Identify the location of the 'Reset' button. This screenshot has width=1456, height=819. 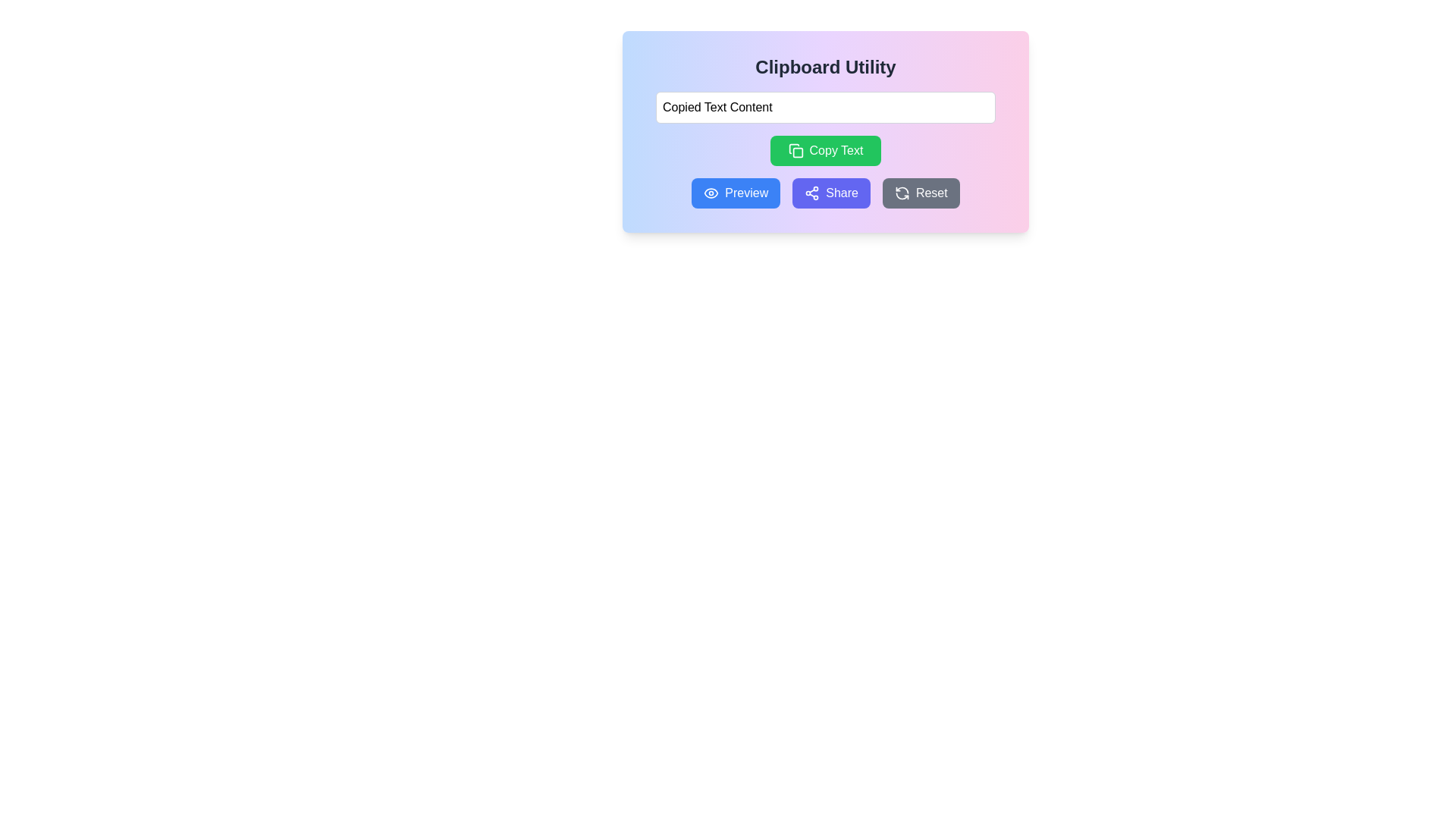
(920, 192).